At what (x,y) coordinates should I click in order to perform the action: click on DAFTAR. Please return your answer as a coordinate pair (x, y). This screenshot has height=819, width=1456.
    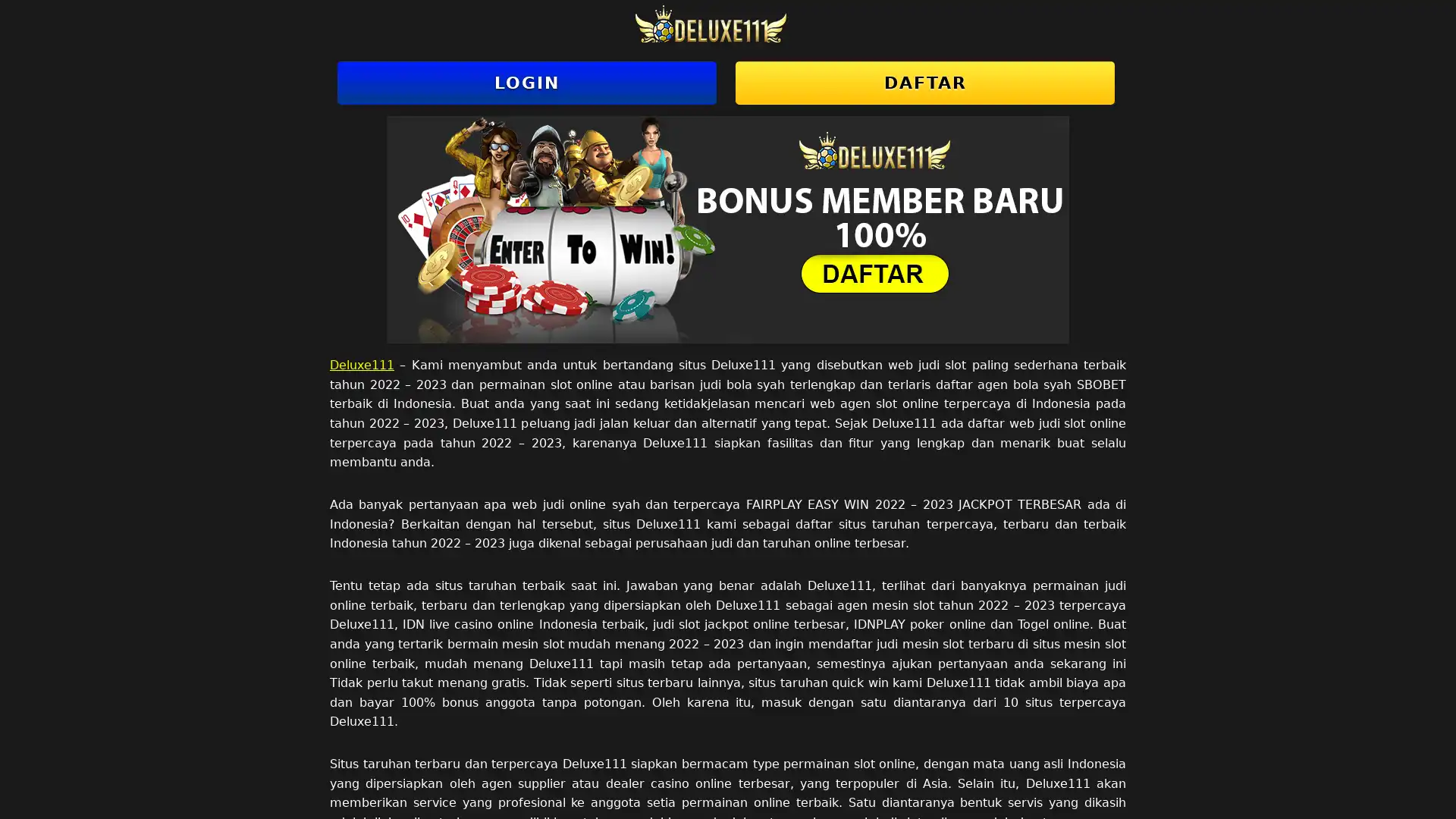
    Looking at the image, I should click on (924, 83).